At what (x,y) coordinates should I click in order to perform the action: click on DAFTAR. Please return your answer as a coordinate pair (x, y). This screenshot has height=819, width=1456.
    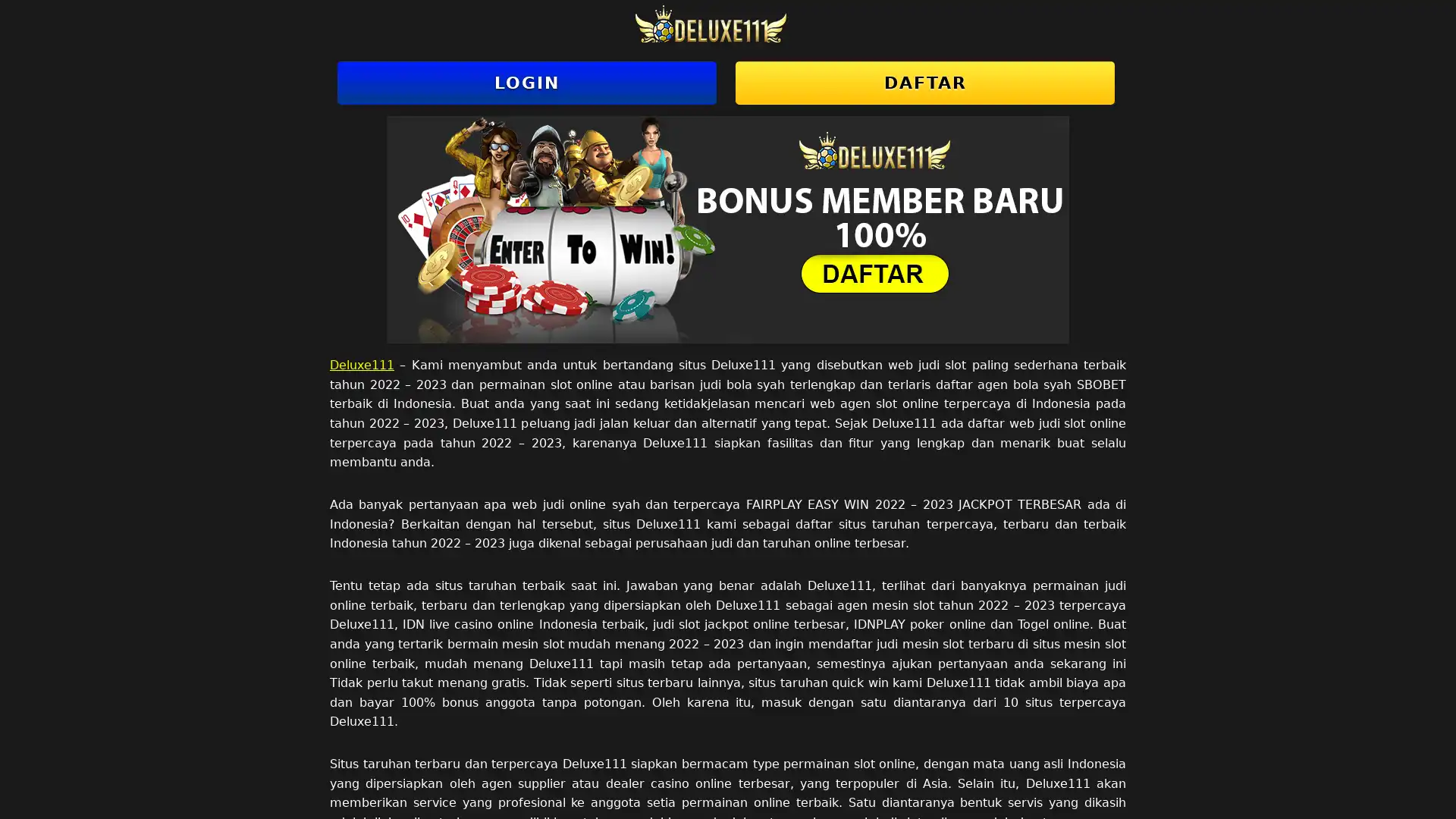
    Looking at the image, I should click on (924, 83).